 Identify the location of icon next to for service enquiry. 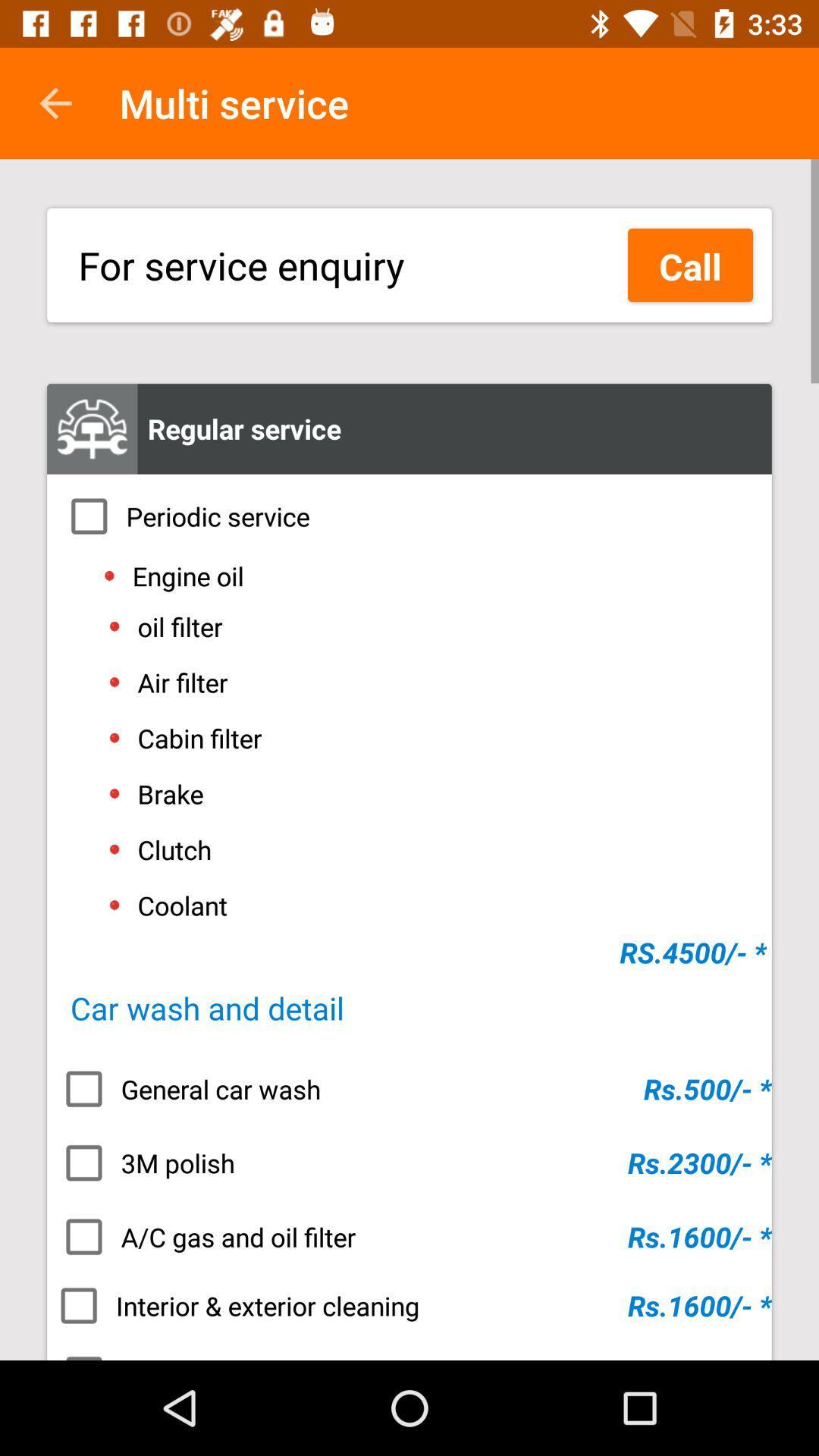
(690, 265).